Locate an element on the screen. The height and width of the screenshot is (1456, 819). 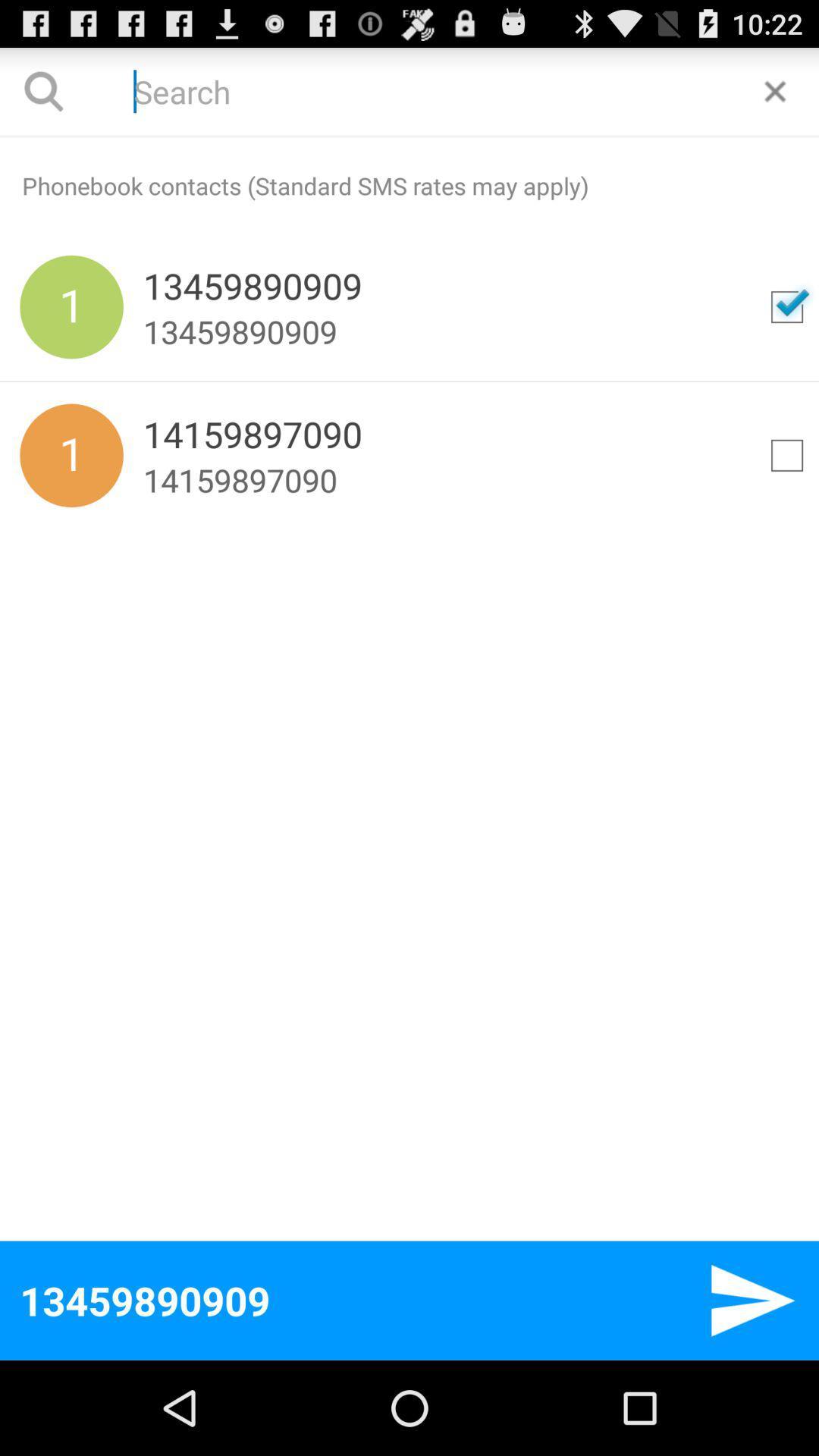
the close icon is located at coordinates (775, 97).